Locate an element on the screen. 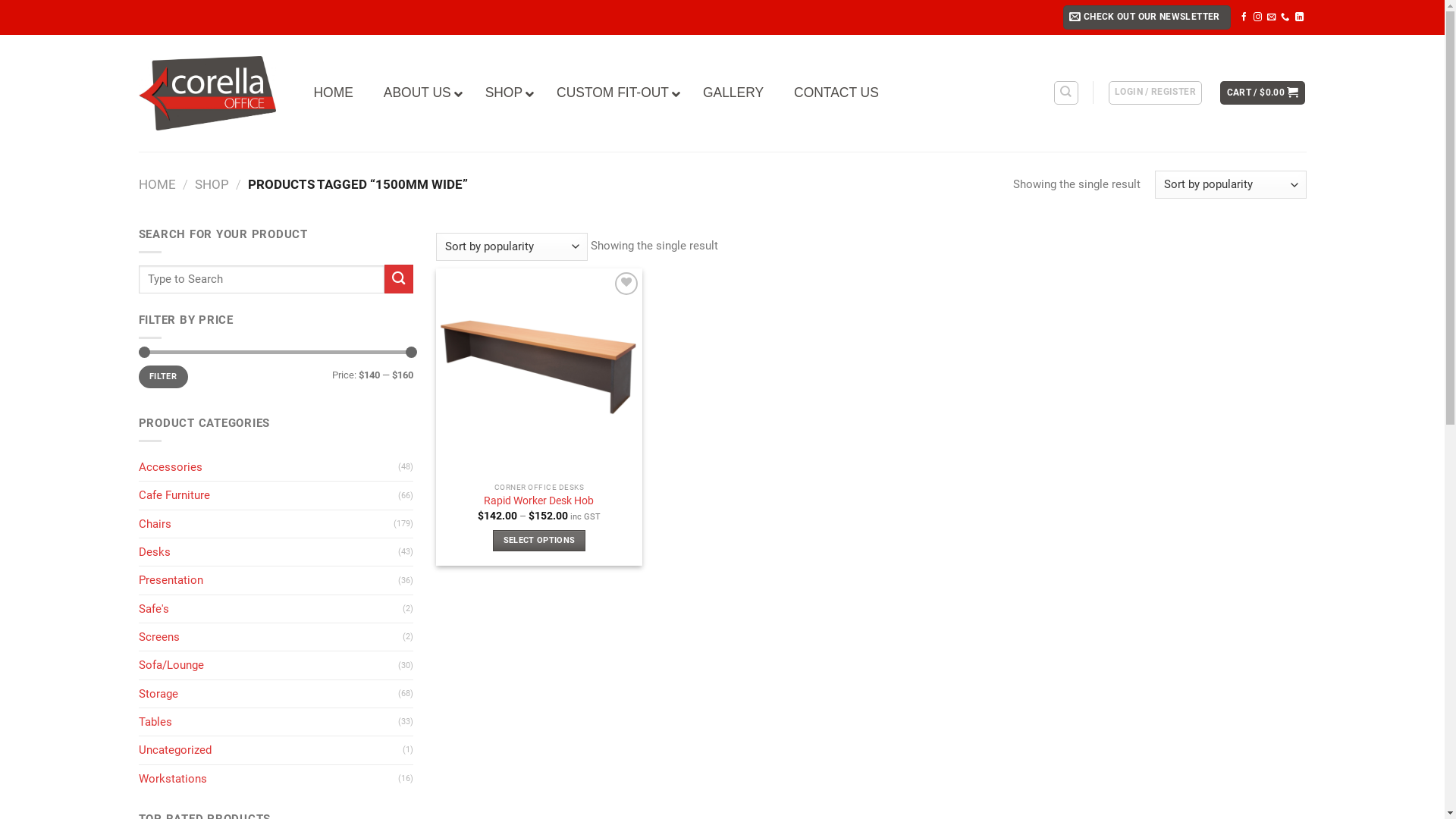 The width and height of the screenshot is (1456, 819). 'Follow on Instagram' is located at coordinates (1257, 17).